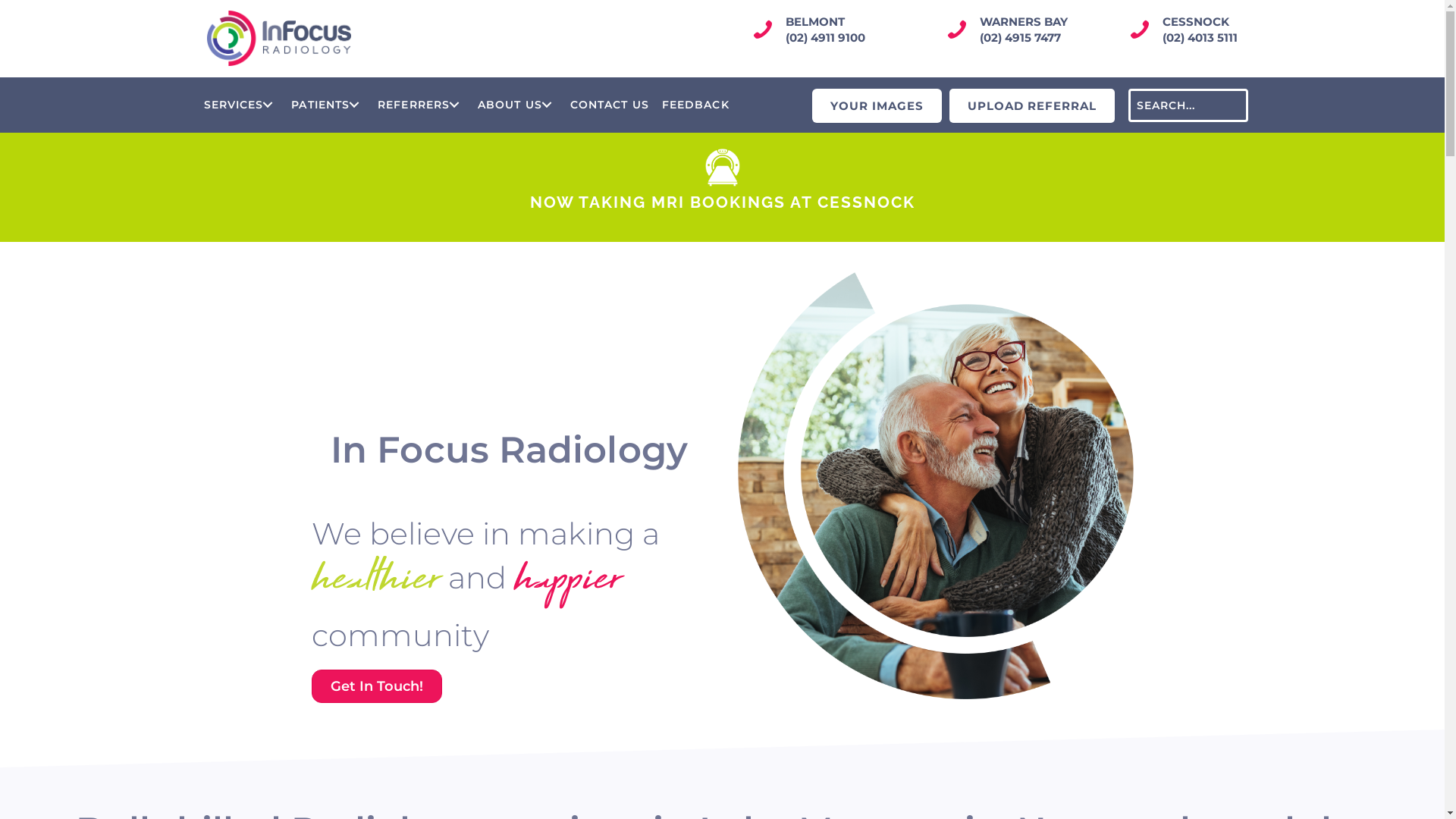  What do you see at coordinates (877, 105) in the screenshot?
I see `'YOUR IMAGES'` at bounding box center [877, 105].